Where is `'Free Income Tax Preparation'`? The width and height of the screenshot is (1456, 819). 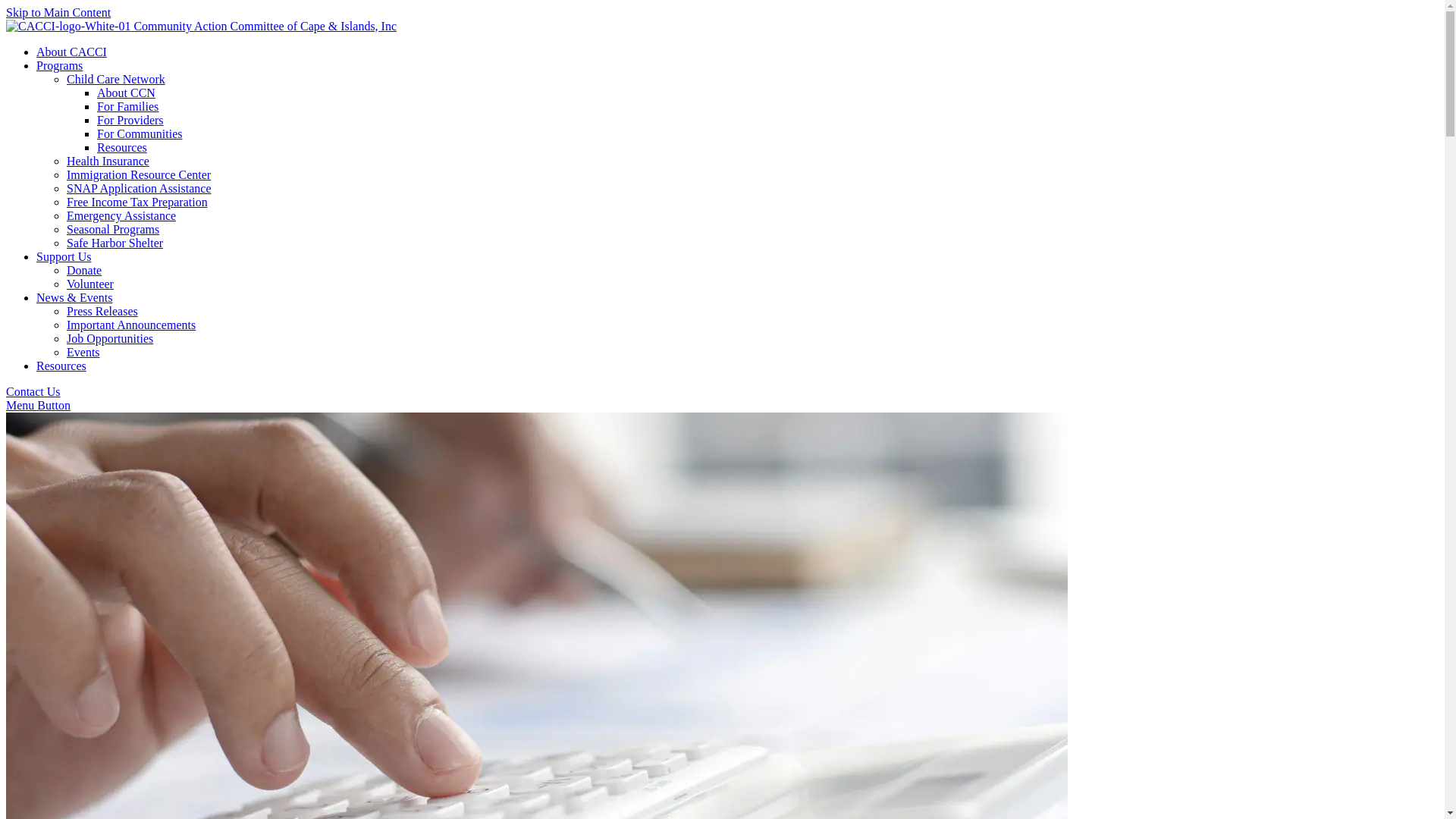 'Free Income Tax Preparation' is located at coordinates (65, 201).